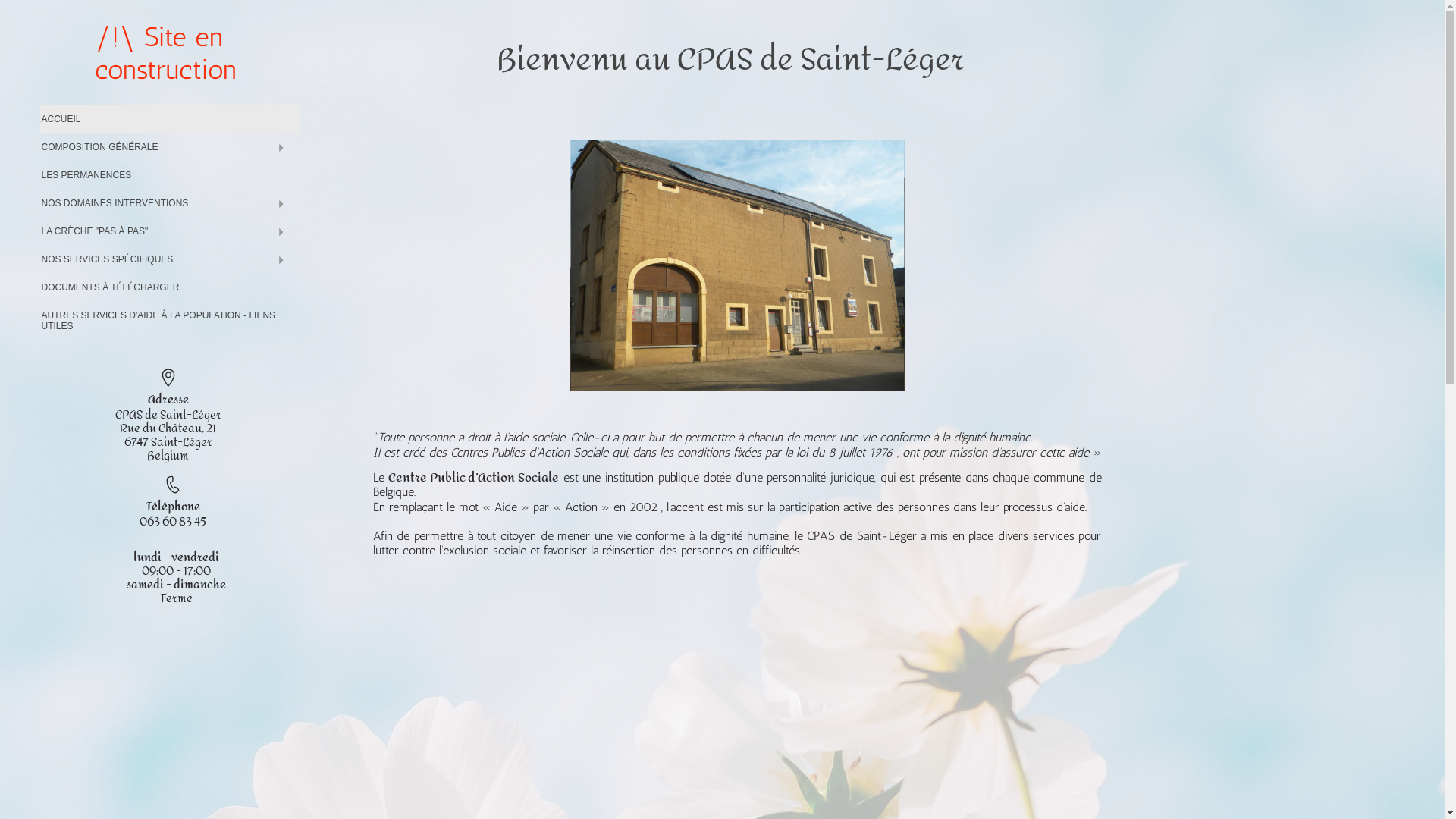 The image size is (1456, 819). I want to click on 'ACCUEIL', so click(169, 118).